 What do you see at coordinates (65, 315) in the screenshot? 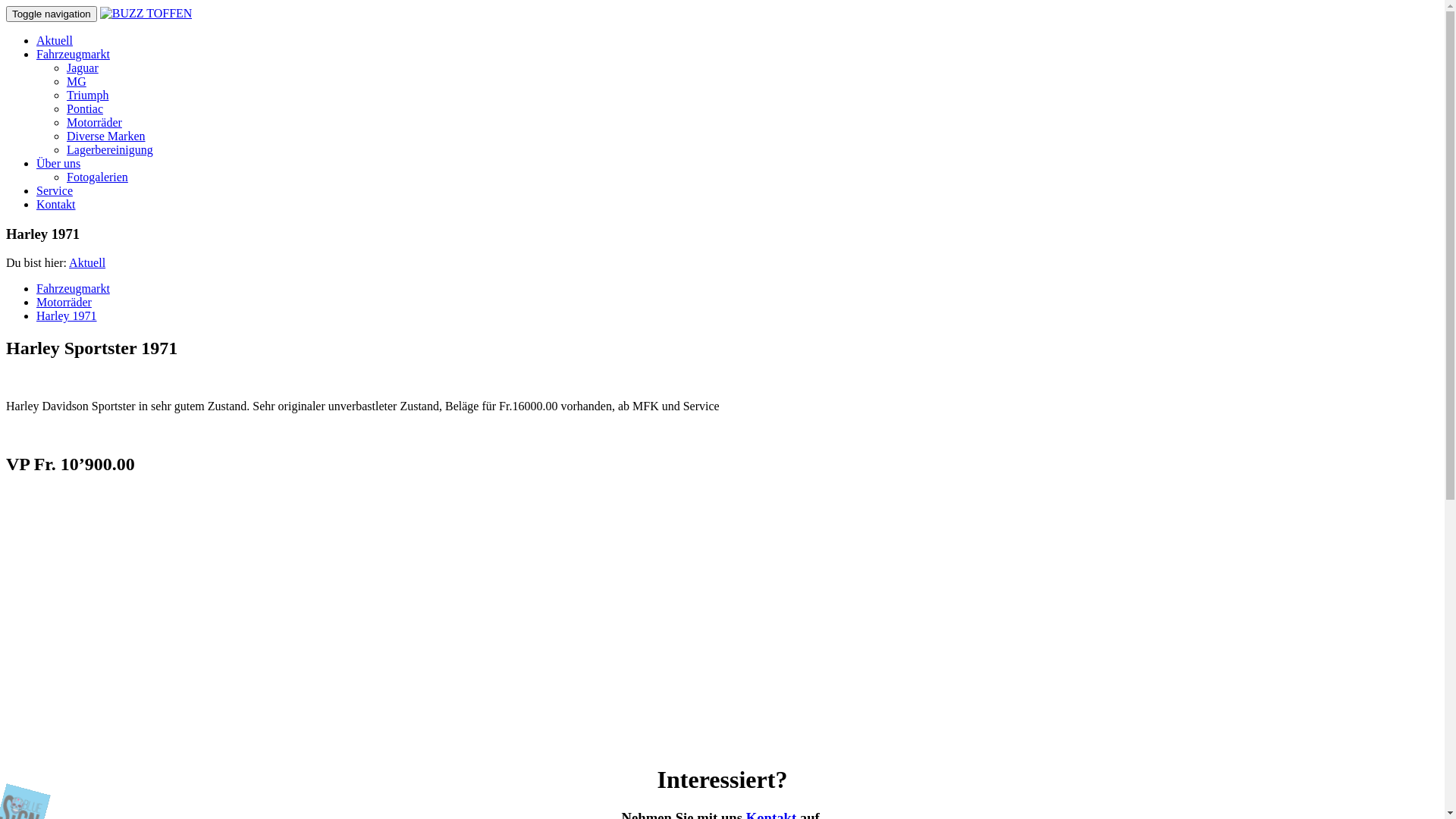
I see `'Harley 1971'` at bounding box center [65, 315].